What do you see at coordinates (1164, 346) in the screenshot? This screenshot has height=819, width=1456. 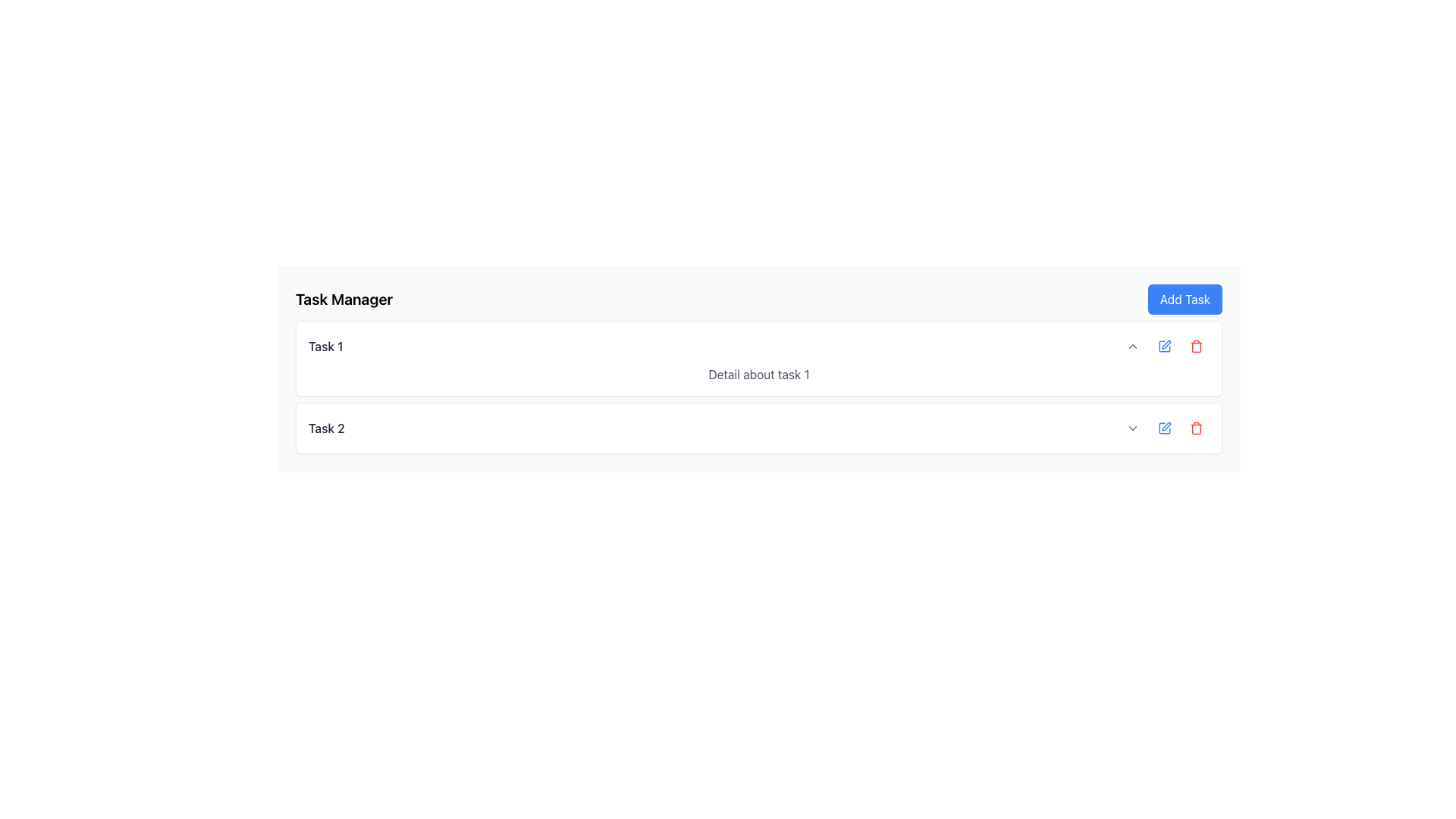 I see `the editing icon, which is a blue square button with a pen symbol, located as the second icon in the control group on the right side of the task entry` at bounding box center [1164, 346].